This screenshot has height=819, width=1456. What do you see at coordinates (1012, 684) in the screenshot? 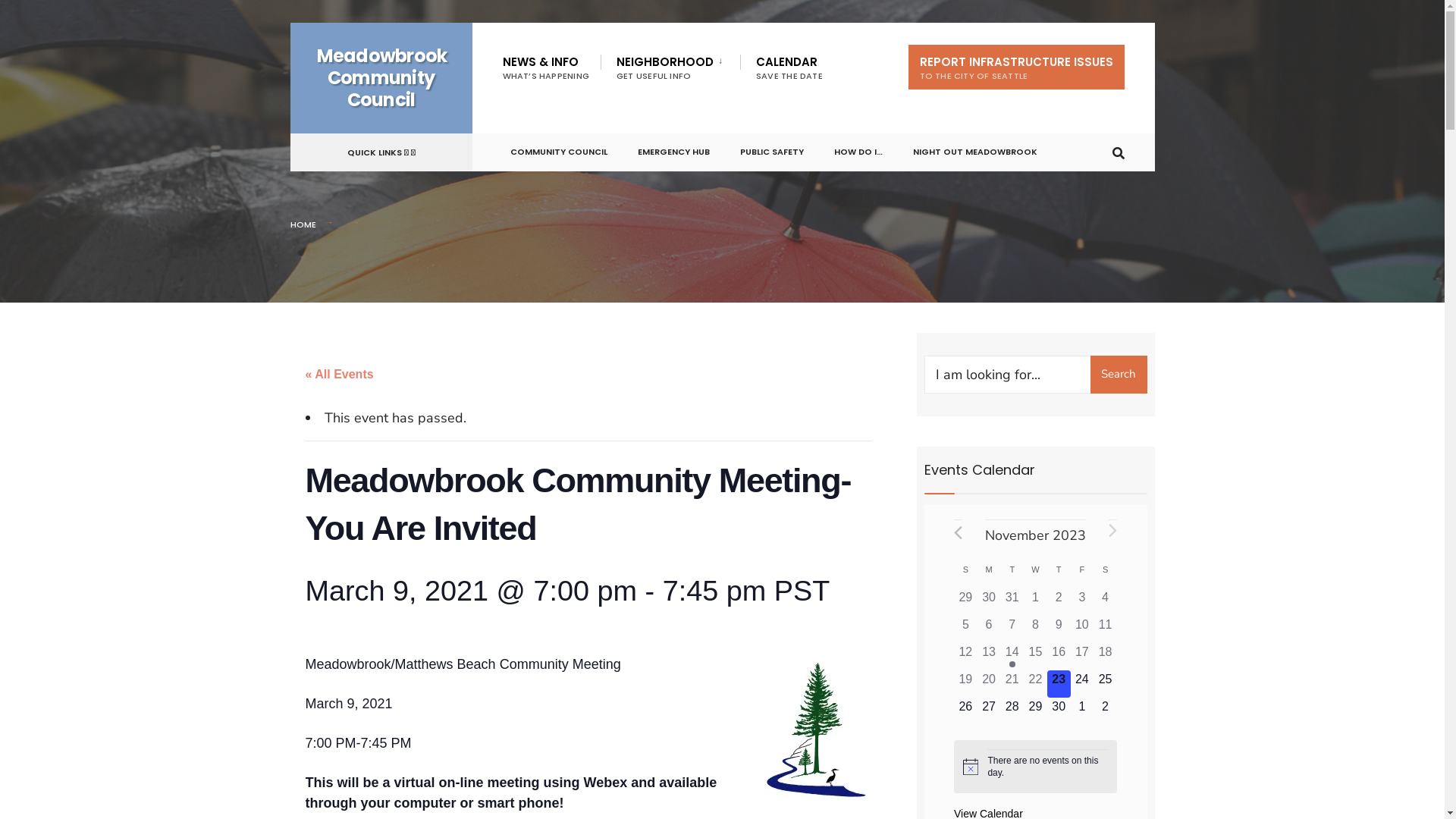
I see `'0 events,` at bounding box center [1012, 684].